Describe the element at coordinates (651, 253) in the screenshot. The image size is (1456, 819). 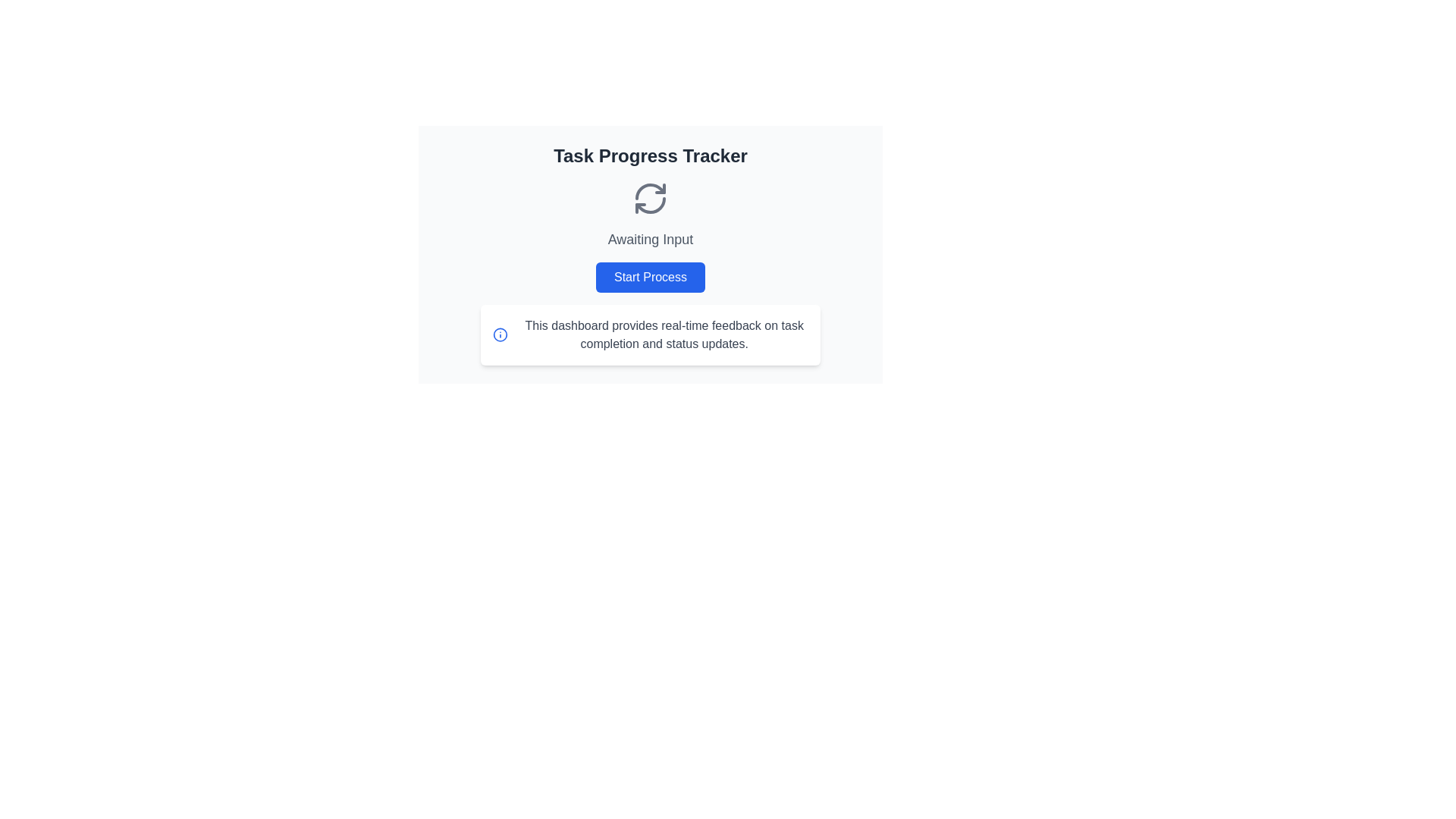
I see `the blue rectangular button with rounded corners labeled 'Start Process'` at that location.